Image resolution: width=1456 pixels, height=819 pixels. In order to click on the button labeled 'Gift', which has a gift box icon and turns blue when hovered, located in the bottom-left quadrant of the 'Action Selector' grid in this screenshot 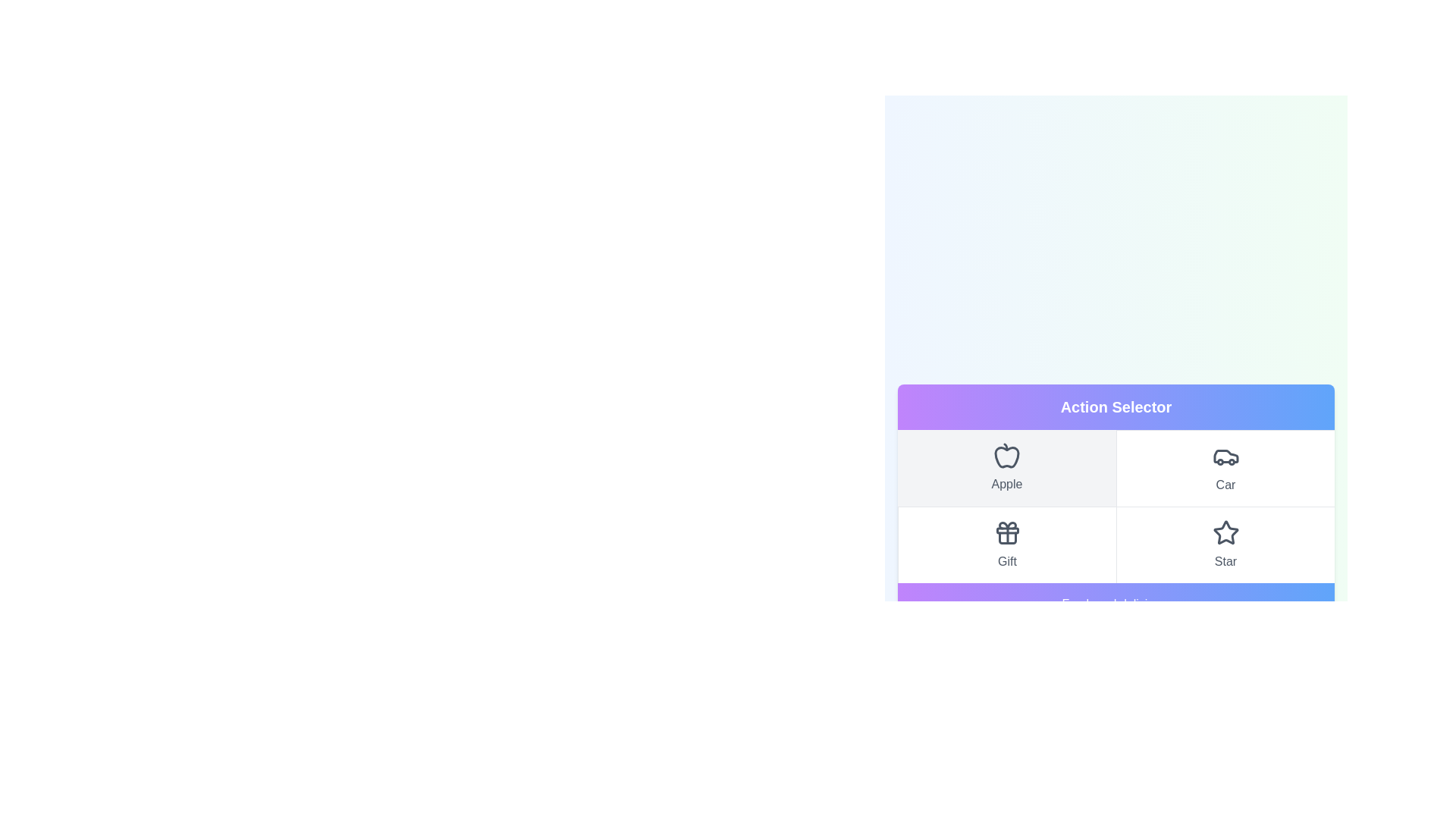, I will do `click(1007, 544)`.